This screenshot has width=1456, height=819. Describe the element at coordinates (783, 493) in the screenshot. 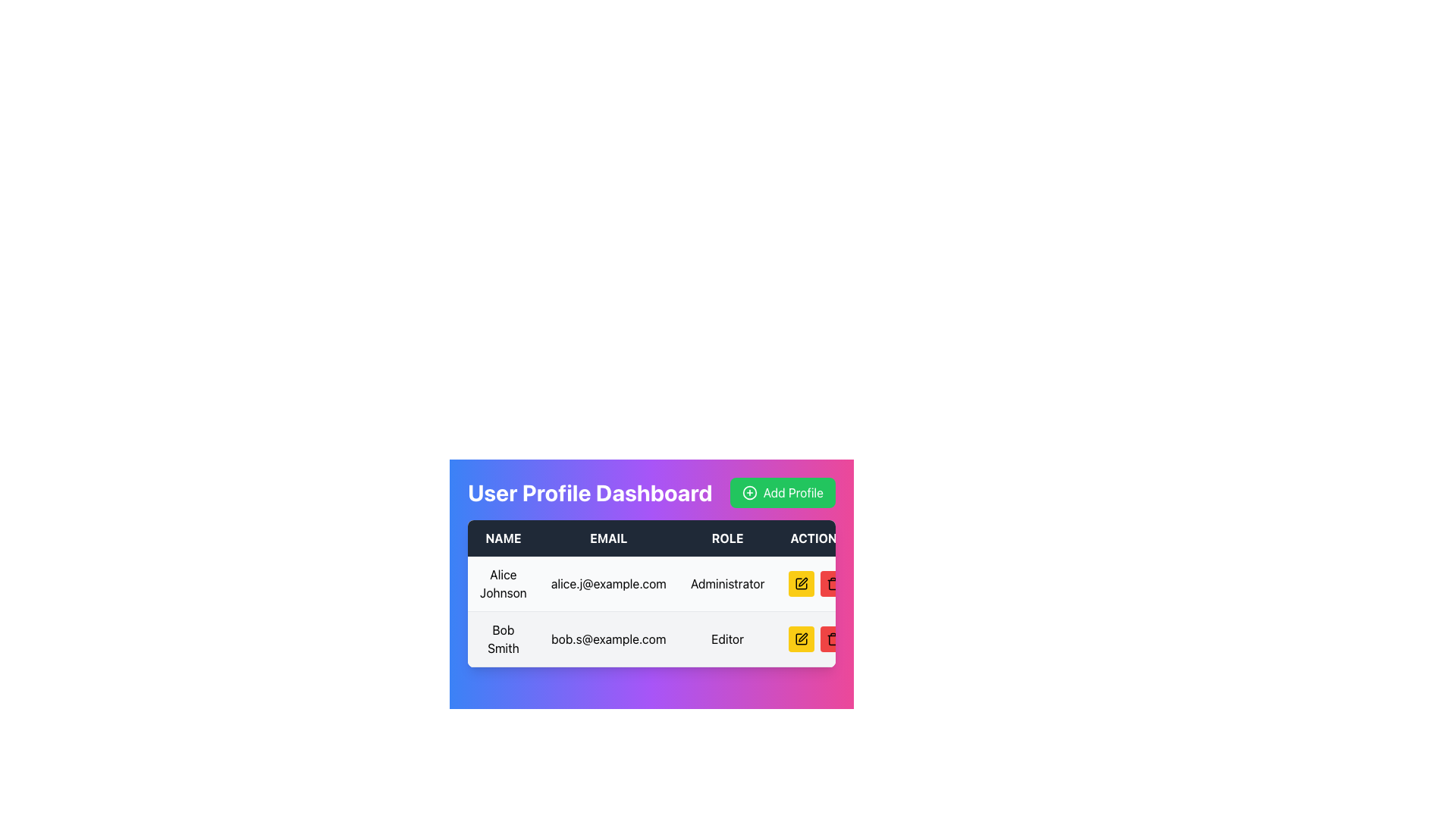

I see `the 'Add Profile' button, which is a green rectangular button with rounded corners and a plus sign icon, located in the top-right corner of the 'User Profile Dashboard'` at that location.